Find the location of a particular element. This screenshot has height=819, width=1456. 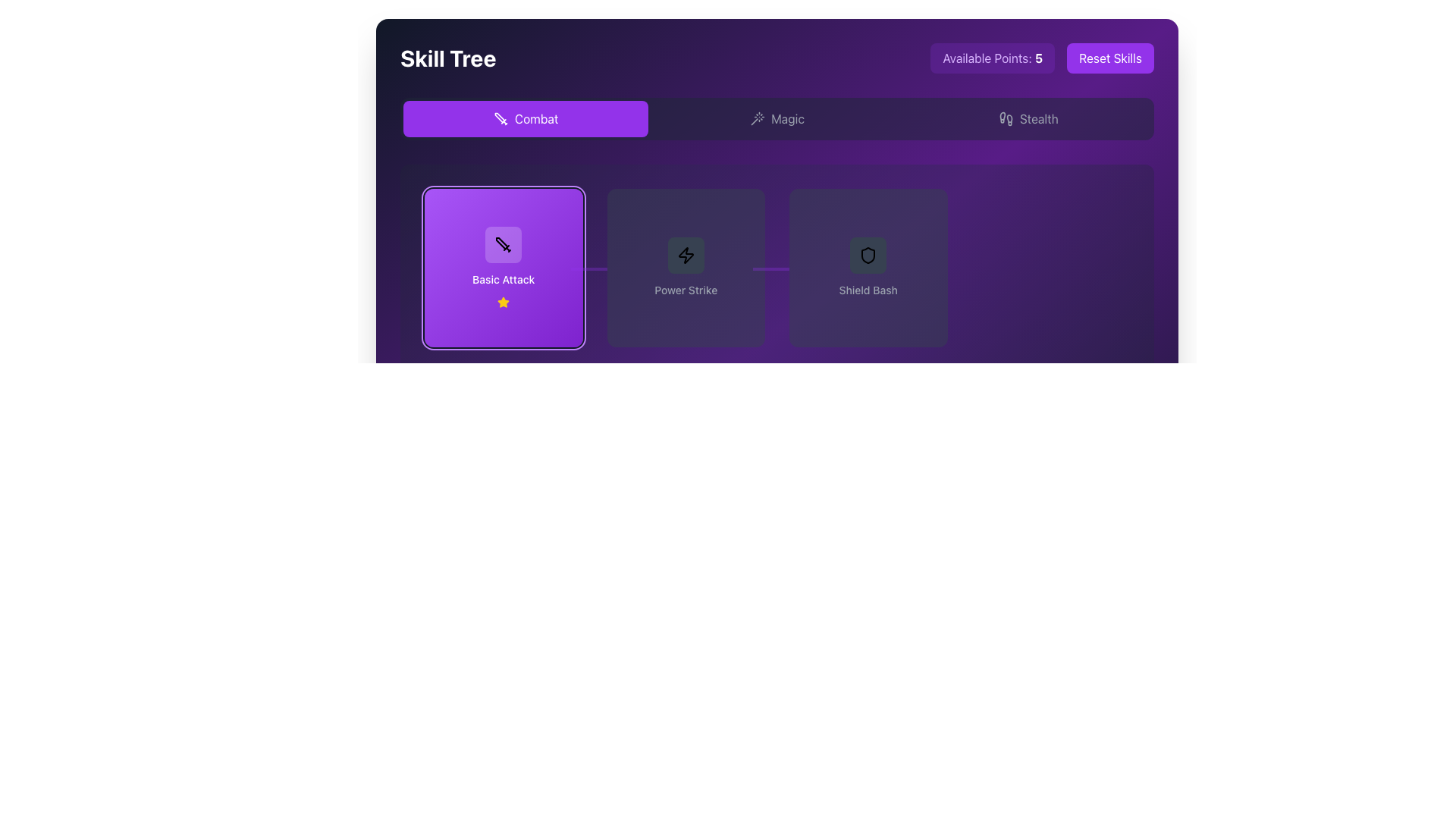

the 'Stealth' text label, which is styled in dark gray on a deep purple background, located at the top-right corner of the interface is located at coordinates (1038, 118).